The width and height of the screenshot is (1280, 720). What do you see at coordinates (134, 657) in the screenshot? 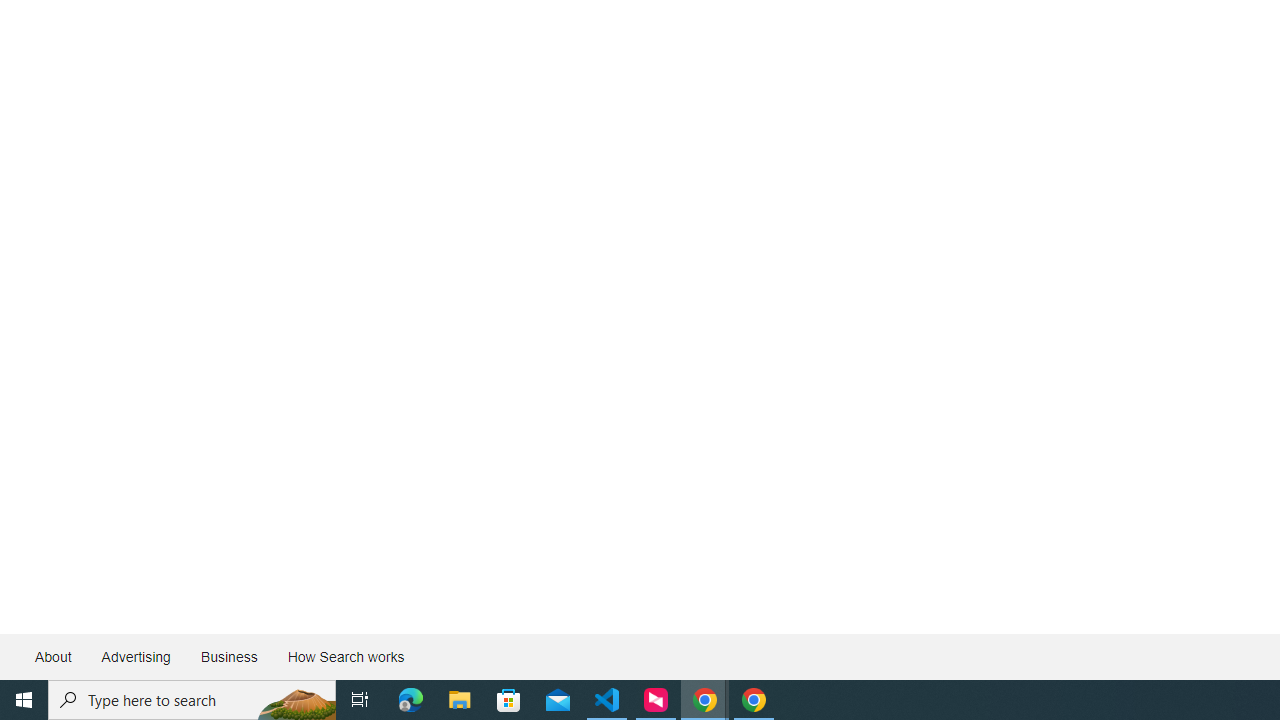
I see `'Advertising'` at bounding box center [134, 657].